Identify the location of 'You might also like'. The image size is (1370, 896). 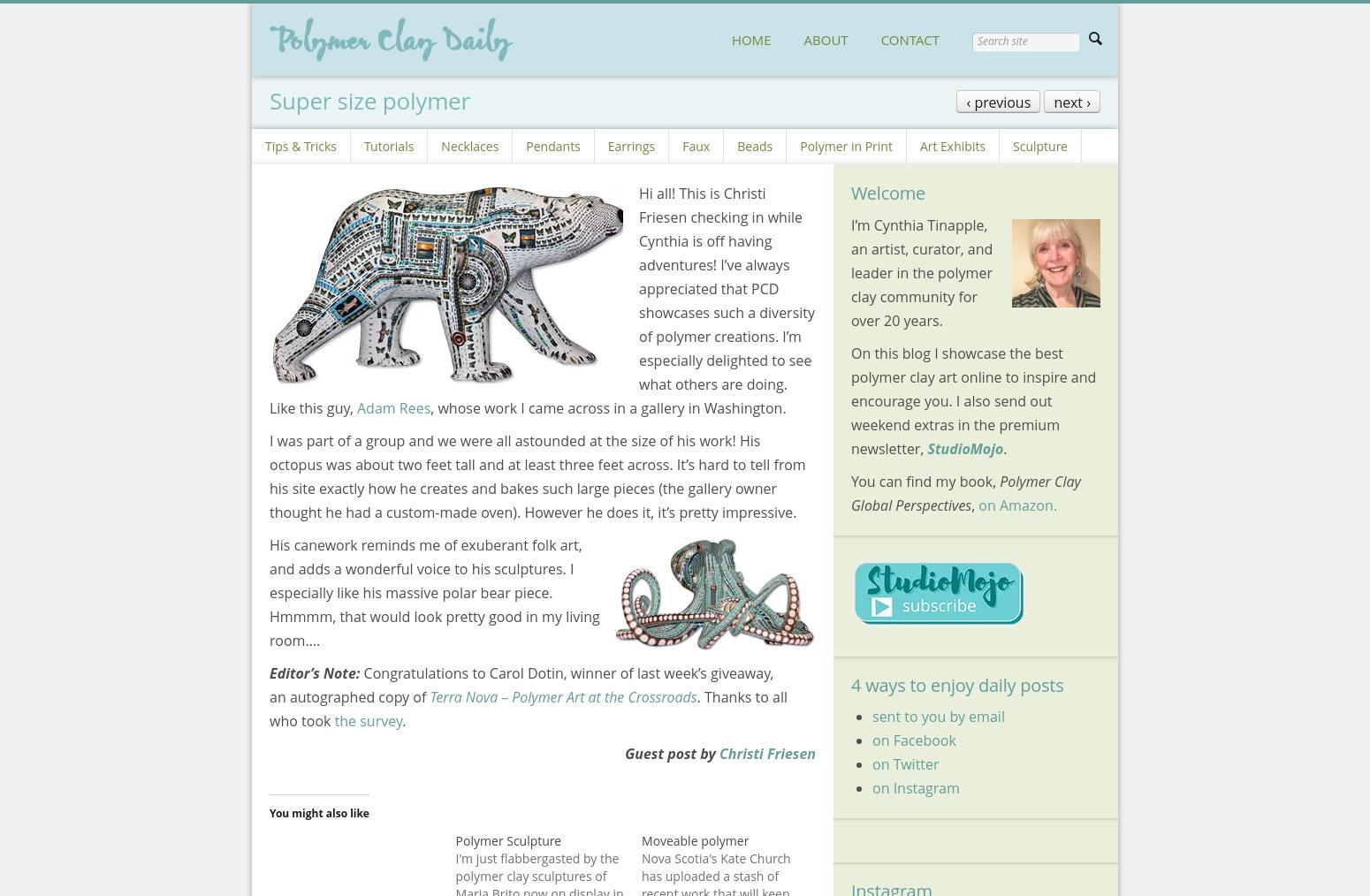
(270, 812).